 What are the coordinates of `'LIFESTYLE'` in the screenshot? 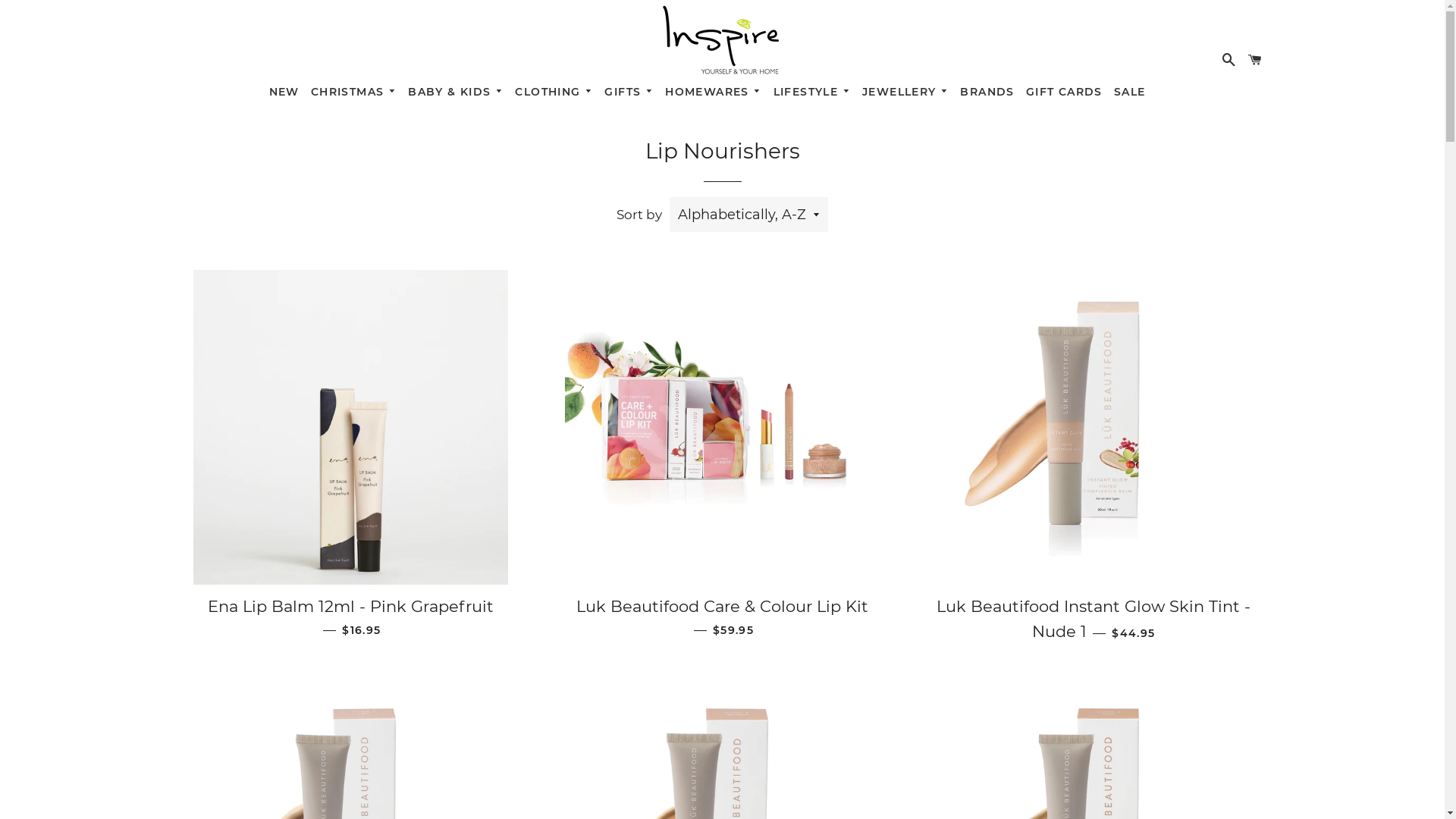 It's located at (767, 89).